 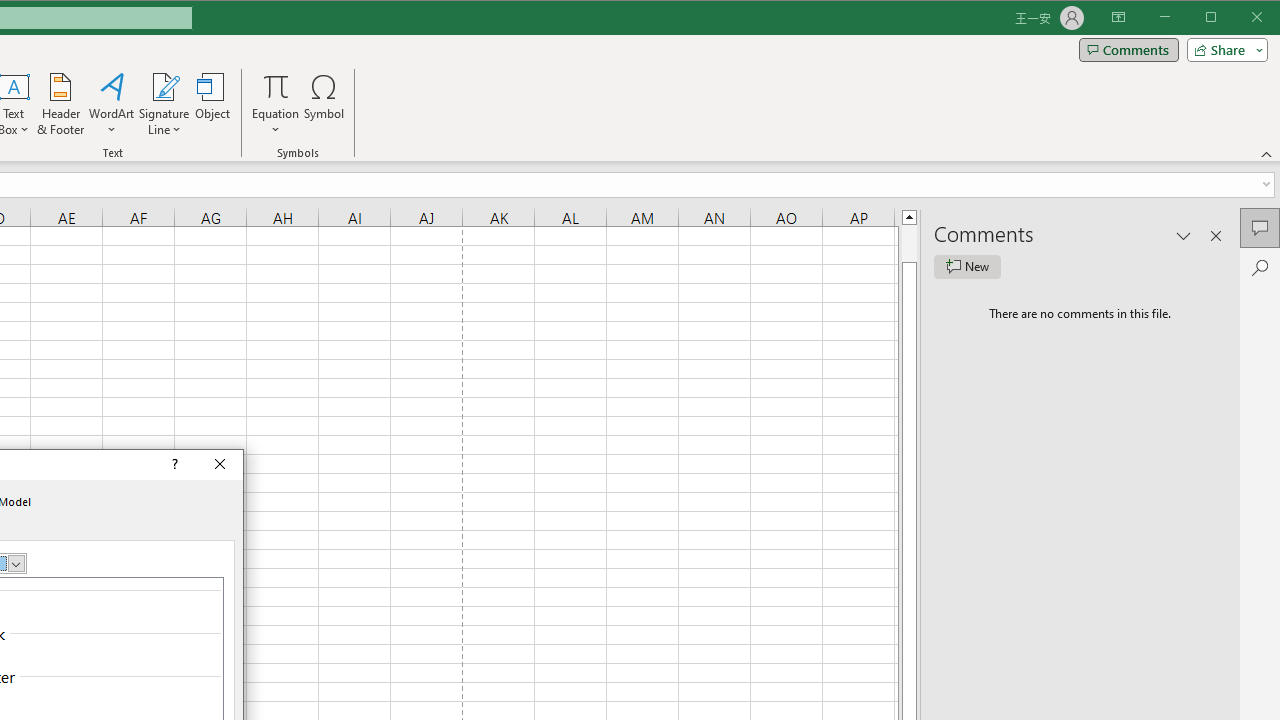 What do you see at coordinates (908, 242) in the screenshot?
I see `'Page up'` at bounding box center [908, 242].